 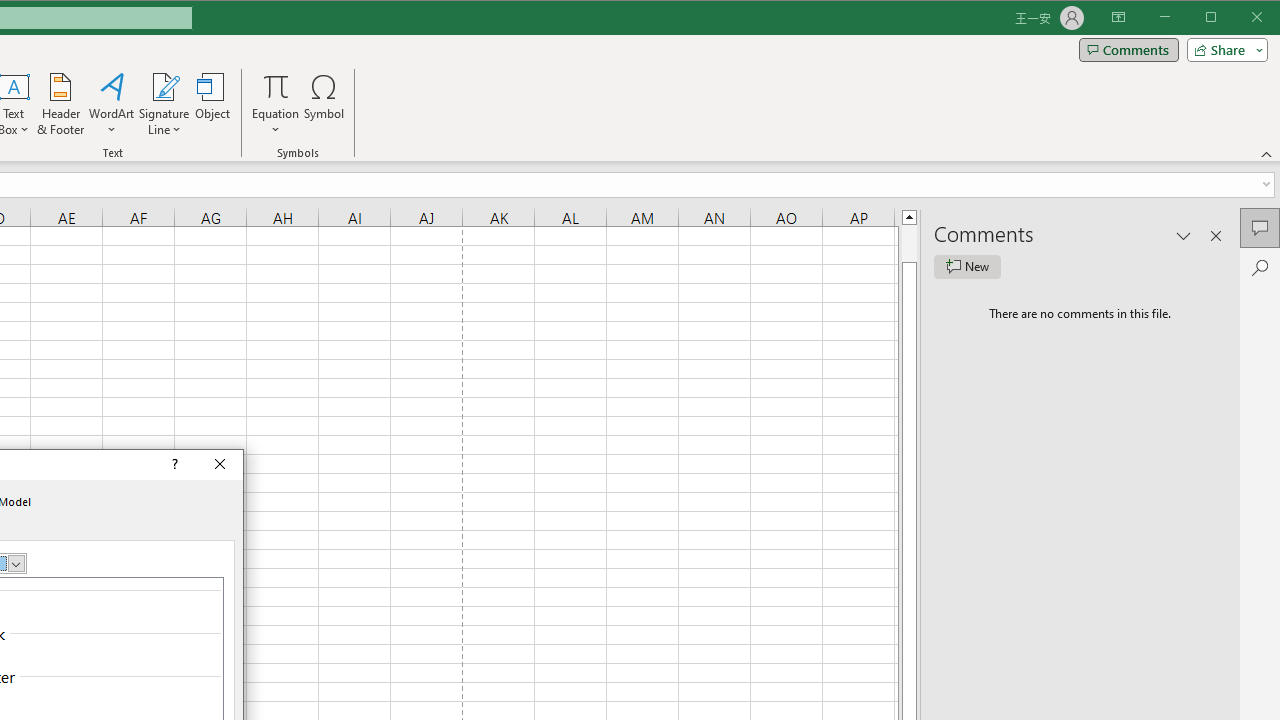 What do you see at coordinates (908, 242) in the screenshot?
I see `'Page up'` at bounding box center [908, 242].